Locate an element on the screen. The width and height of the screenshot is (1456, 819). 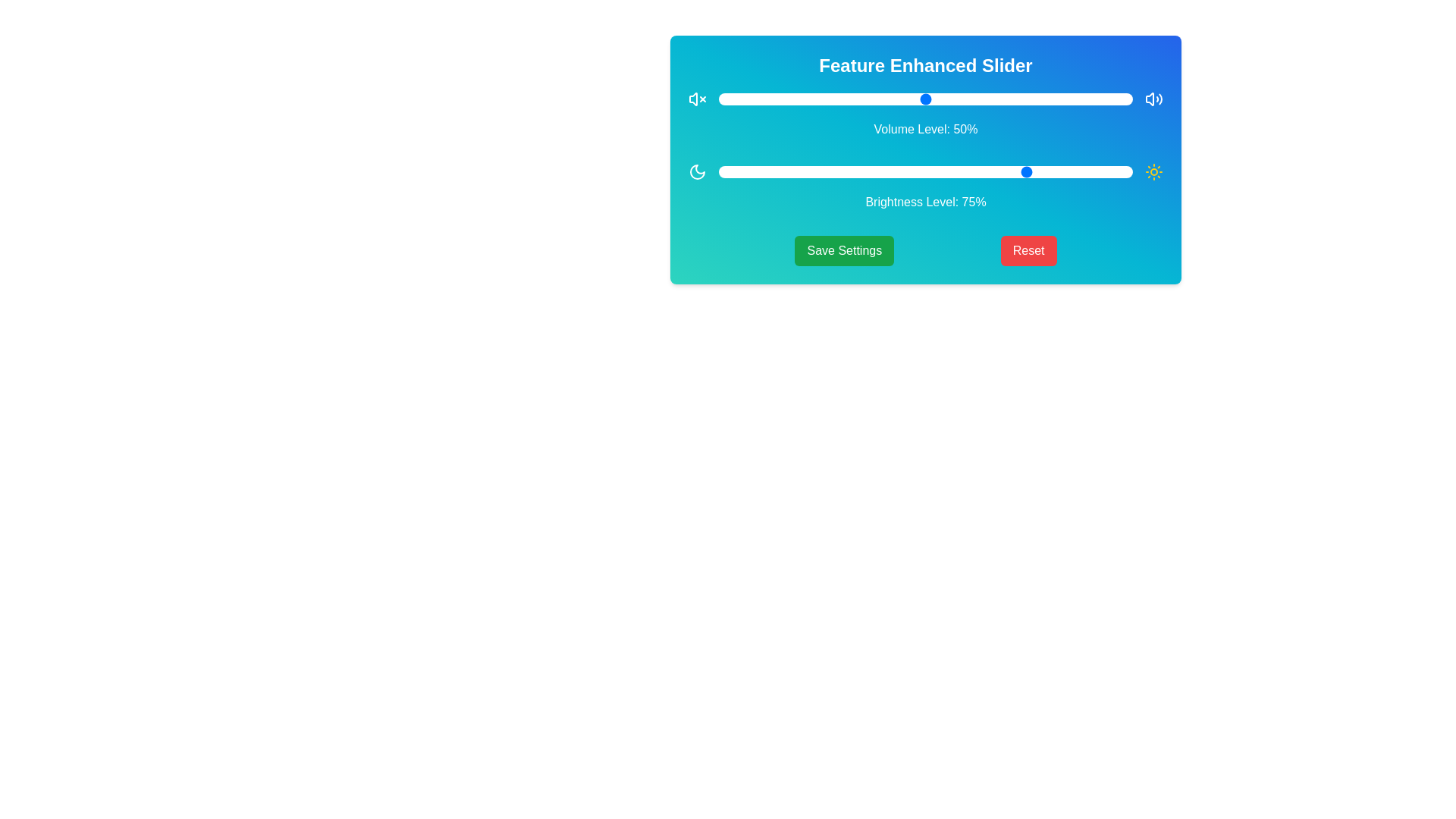
the slider value is located at coordinates (1125, 99).